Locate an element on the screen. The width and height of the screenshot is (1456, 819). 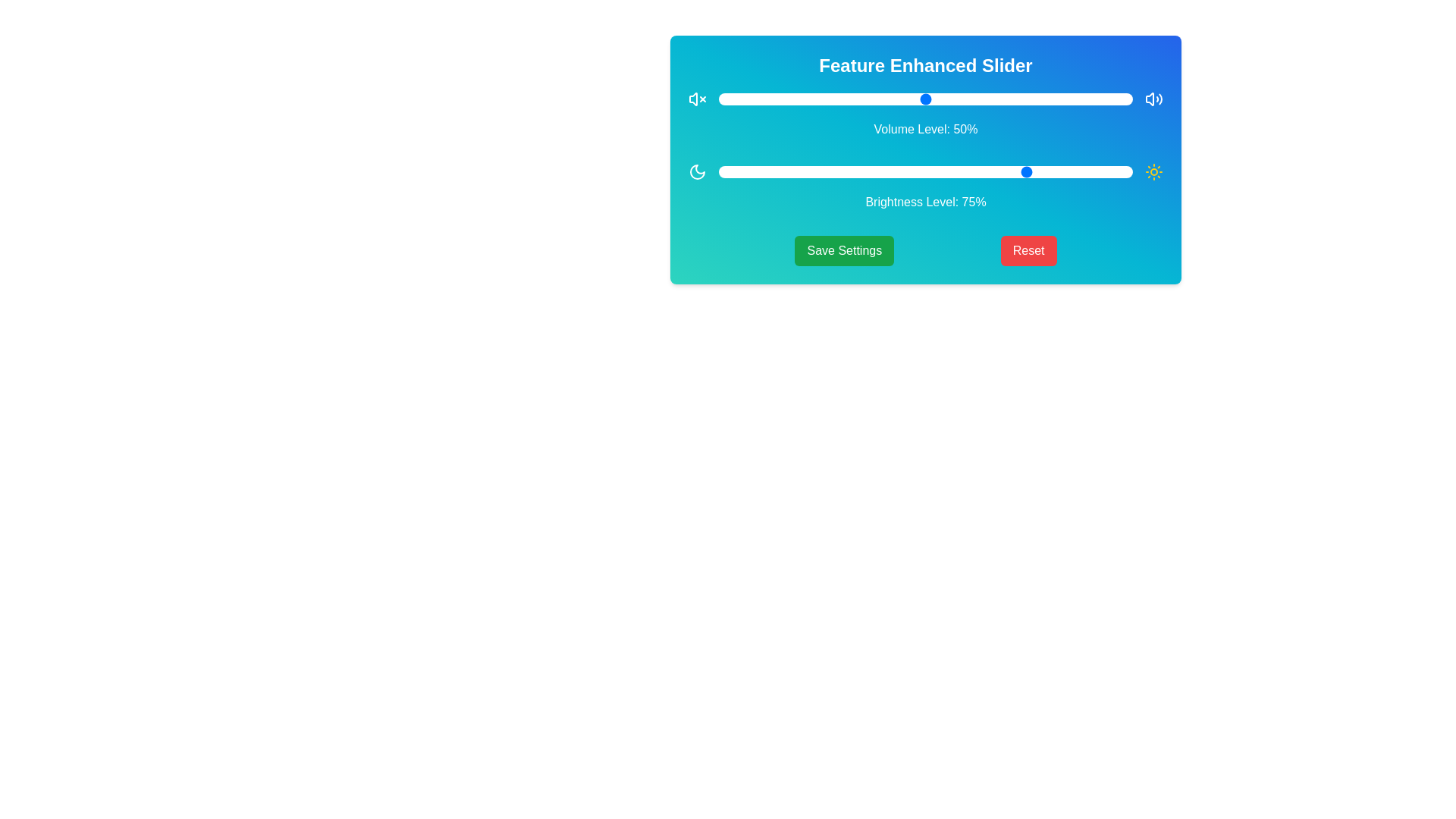
the slider value is located at coordinates (1125, 99).